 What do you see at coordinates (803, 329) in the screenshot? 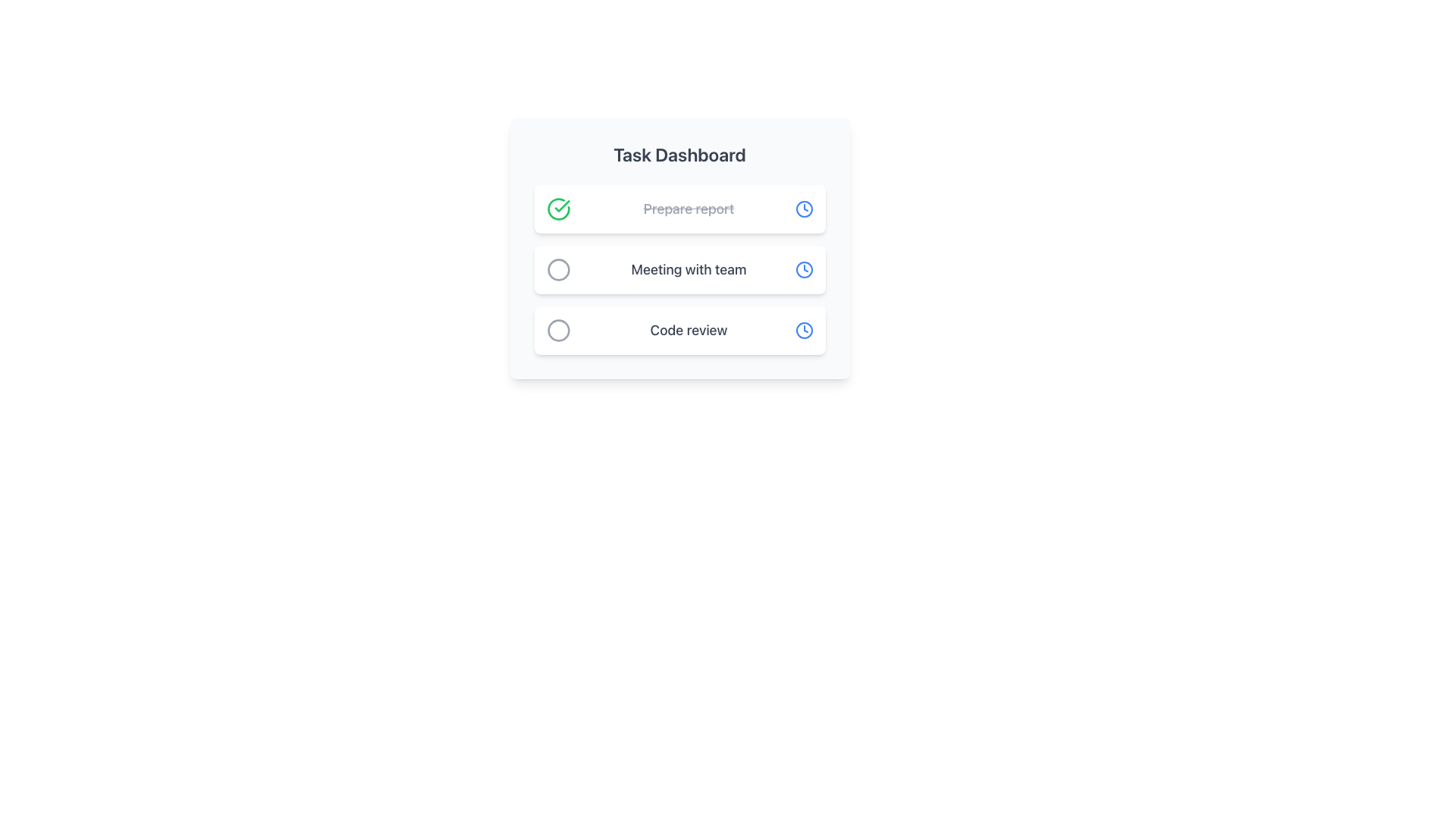
I see `the blue-stroked circular outline of the clock icon located in the bottom-right corner of the 'Code Review' task row in the task dashboard interface` at bounding box center [803, 329].